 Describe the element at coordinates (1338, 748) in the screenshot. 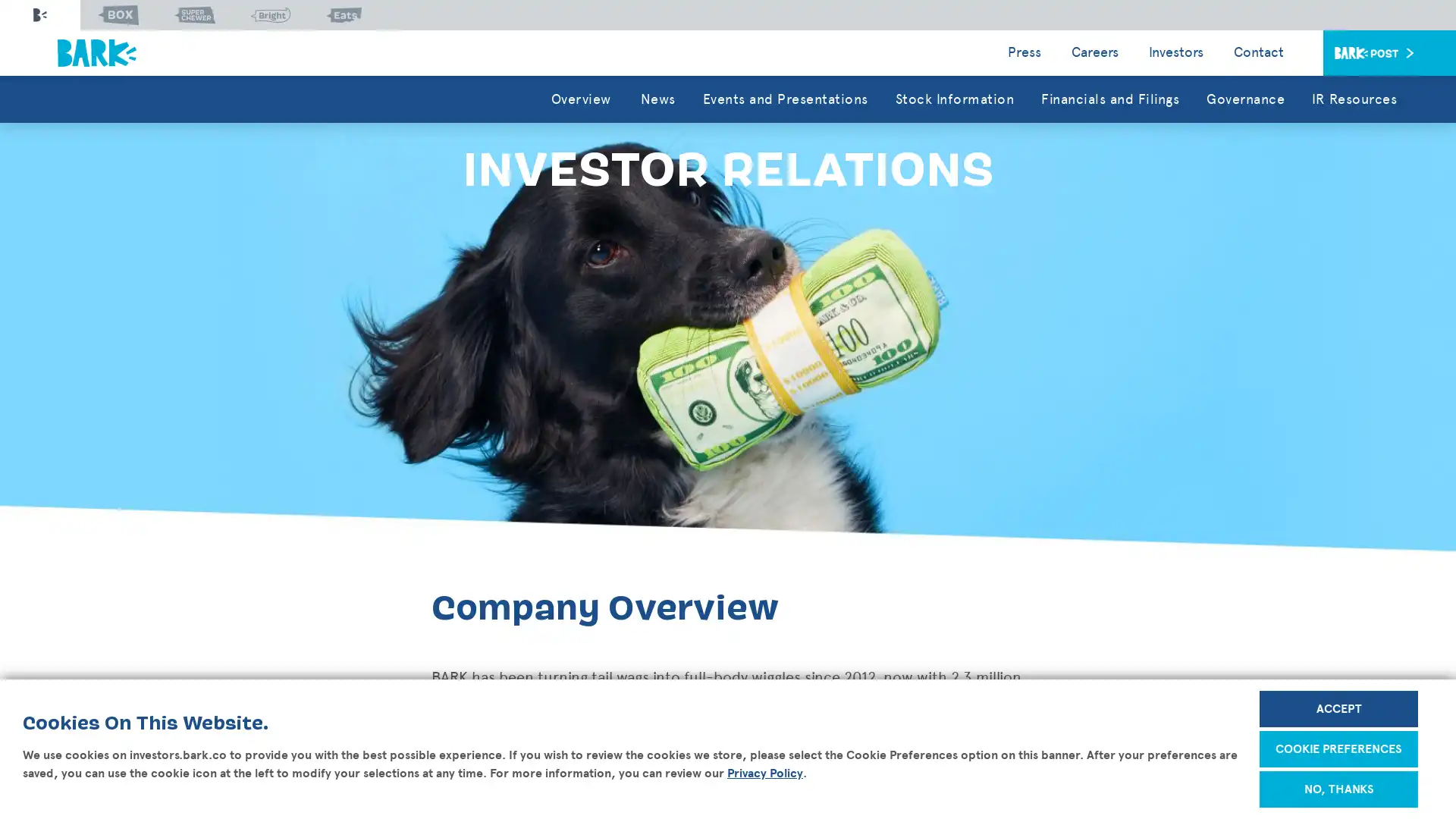

I see `COOKIE PREFERENCES` at that location.